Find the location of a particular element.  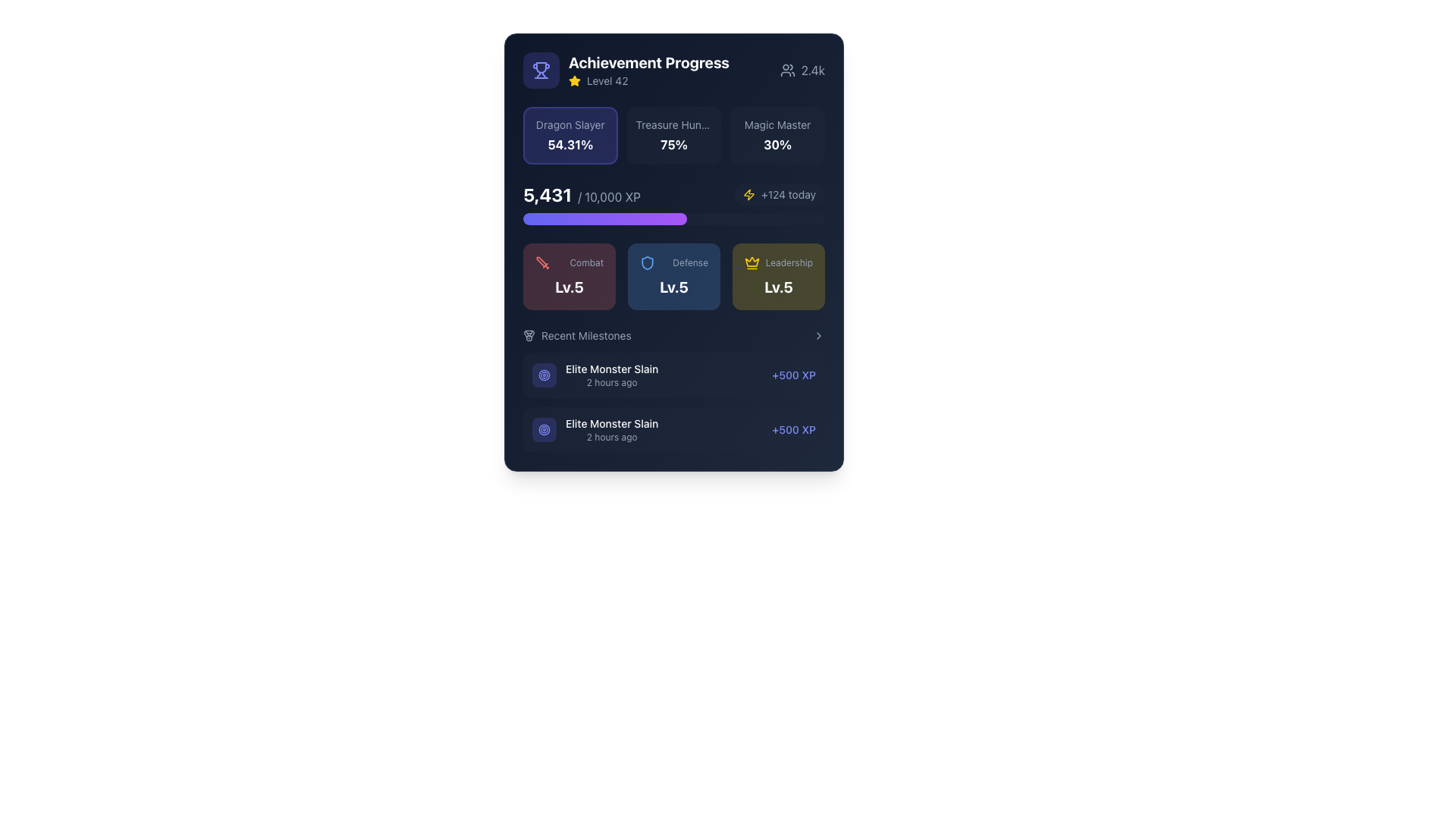

the Text label that indicates the level attributed to the 'Defense' category, located centrally beneath the 'Defense' icon and label is located at coordinates (673, 287).